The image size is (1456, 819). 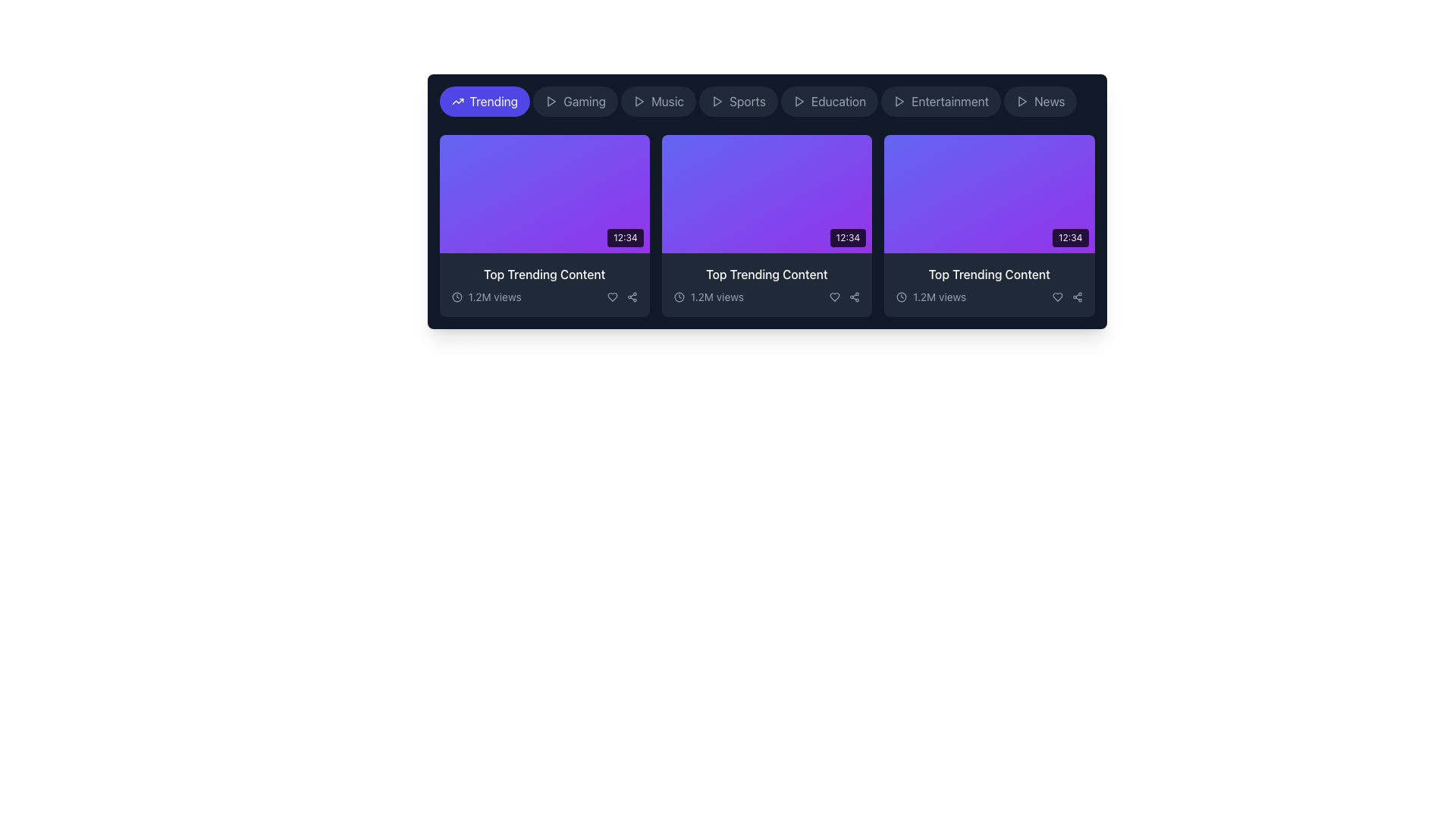 I want to click on text content of the 'Gaming' category label, which is the second button in a horizontal list of category buttons, located after 'Trending' and before 'Music', so click(x=584, y=102).